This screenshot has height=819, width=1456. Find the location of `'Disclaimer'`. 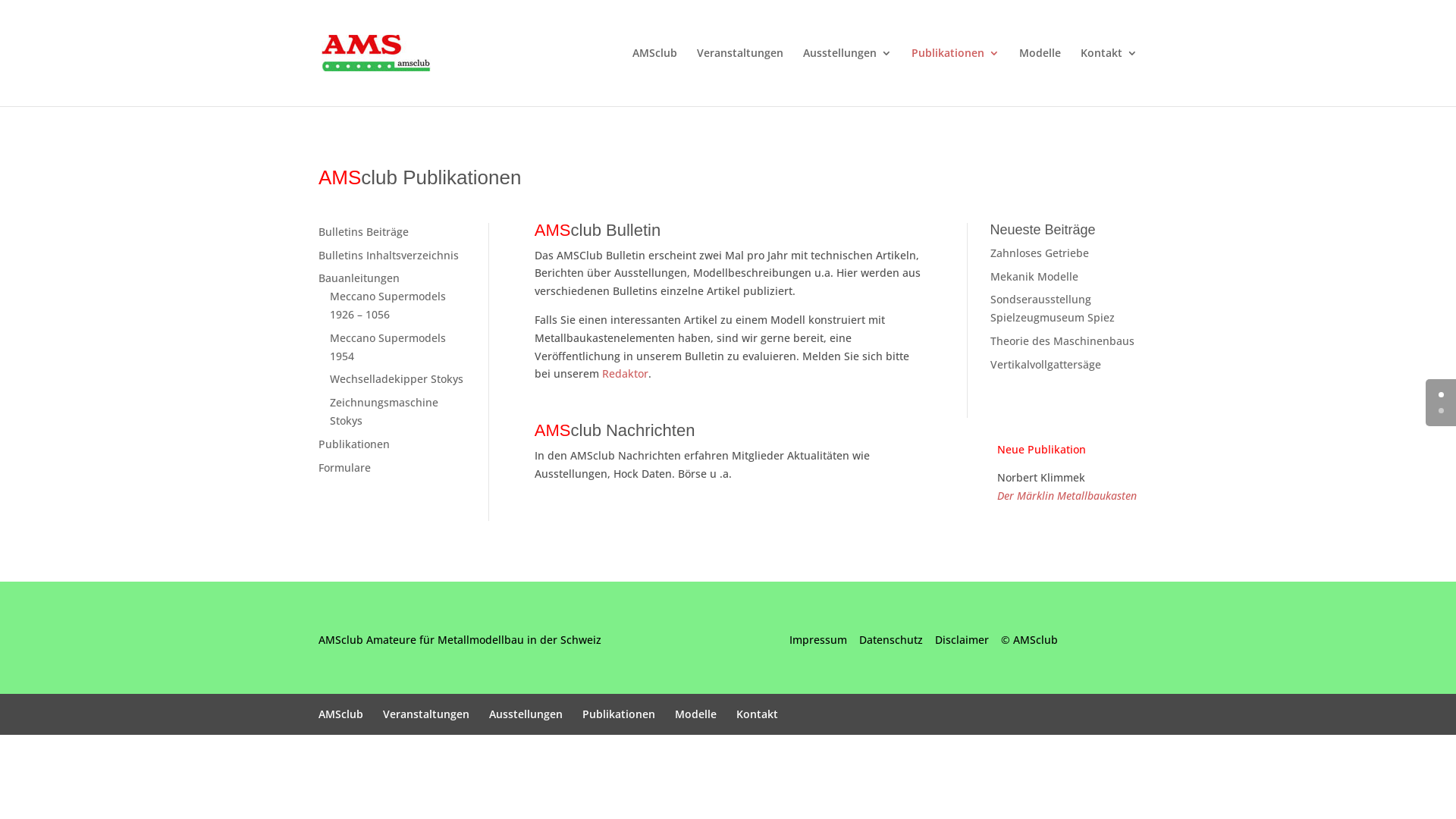

'Disclaimer' is located at coordinates (961, 639).